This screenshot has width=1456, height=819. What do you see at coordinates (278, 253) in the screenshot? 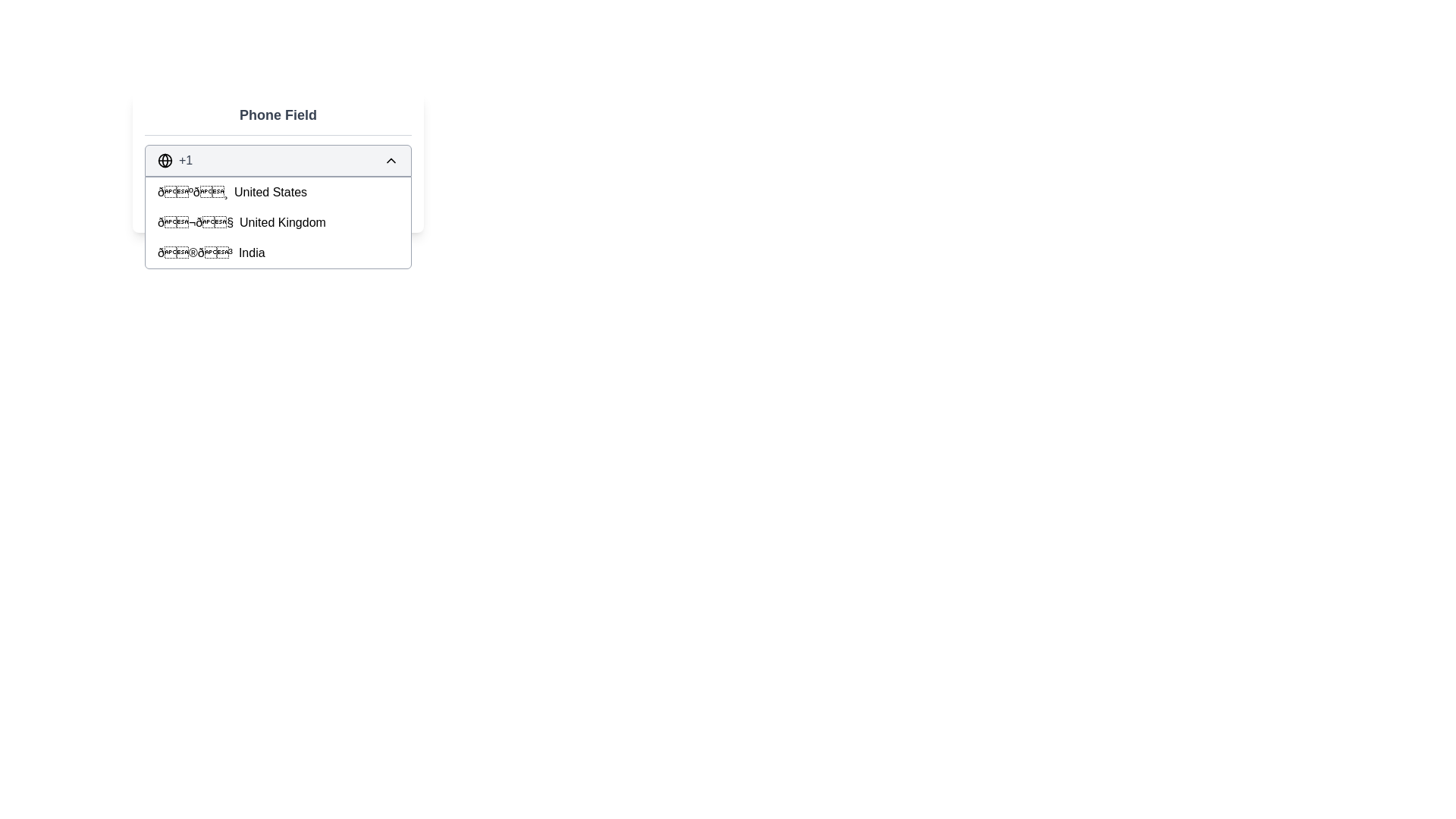
I see `the list item displaying a flag emoji followed by the word 'India'` at bounding box center [278, 253].